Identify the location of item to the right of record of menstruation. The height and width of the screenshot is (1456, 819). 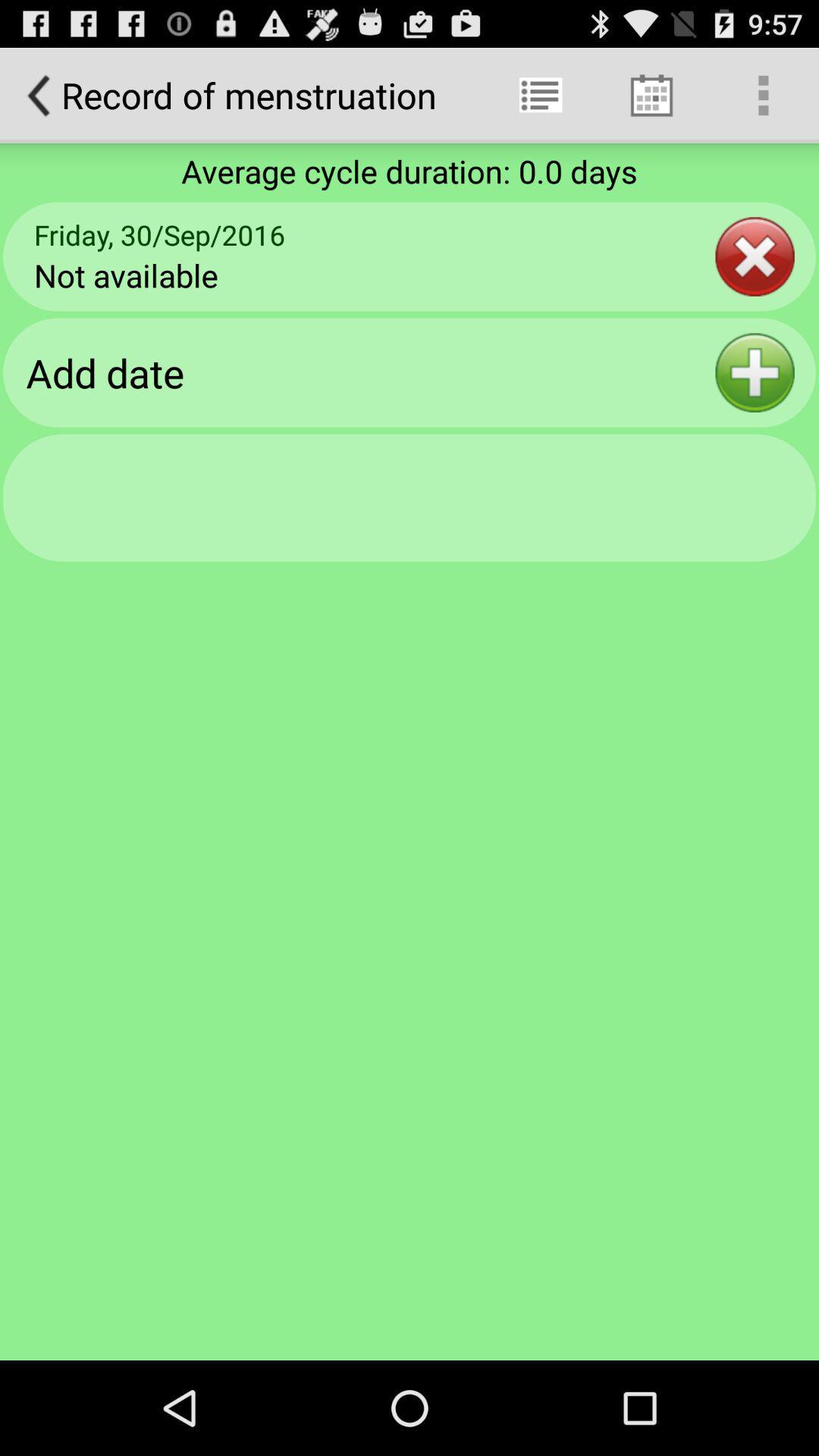
(539, 94).